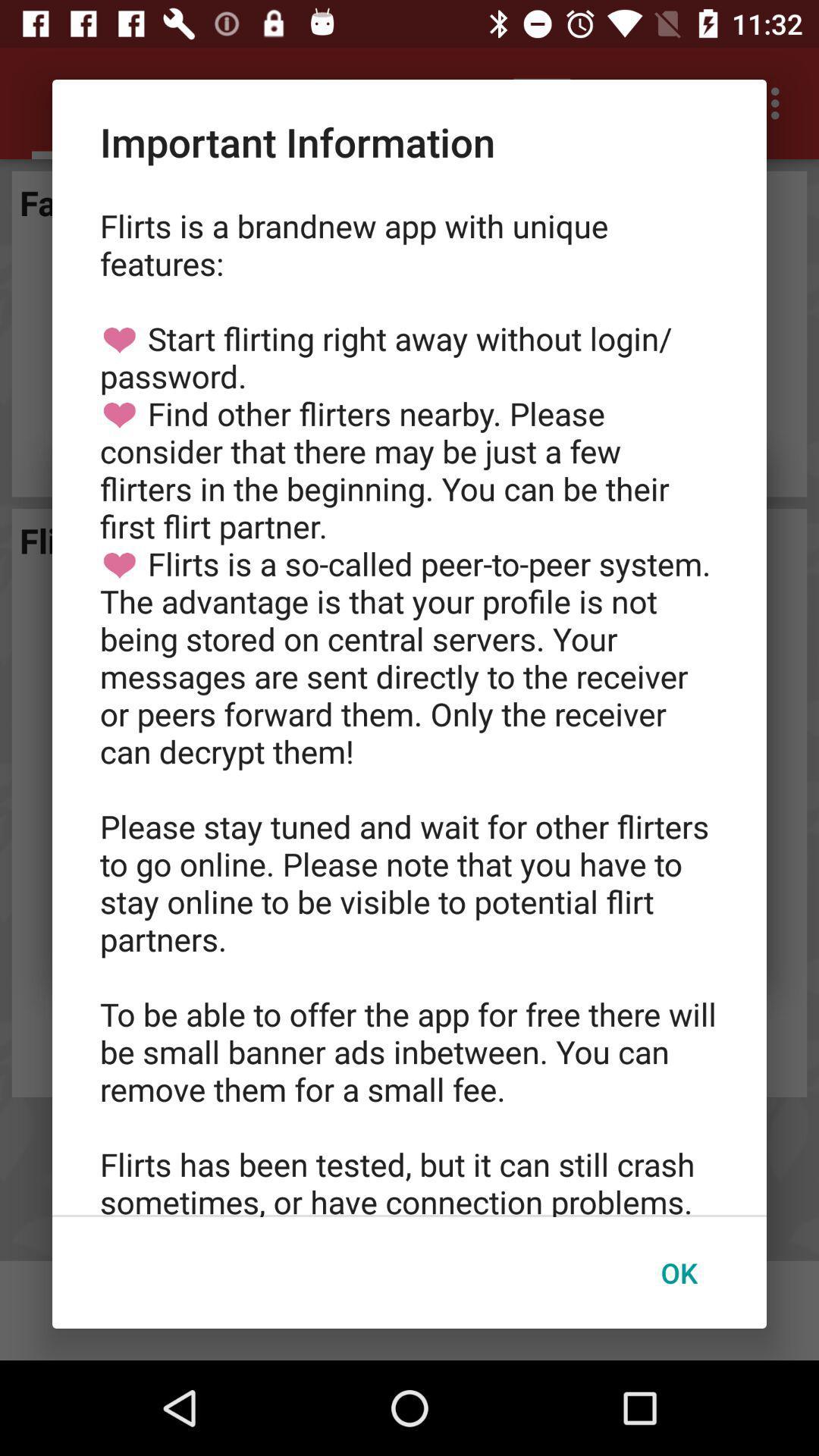 The width and height of the screenshot is (819, 1456). What do you see at coordinates (678, 1272) in the screenshot?
I see `app below flirts is a app` at bounding box center [678, 1272].